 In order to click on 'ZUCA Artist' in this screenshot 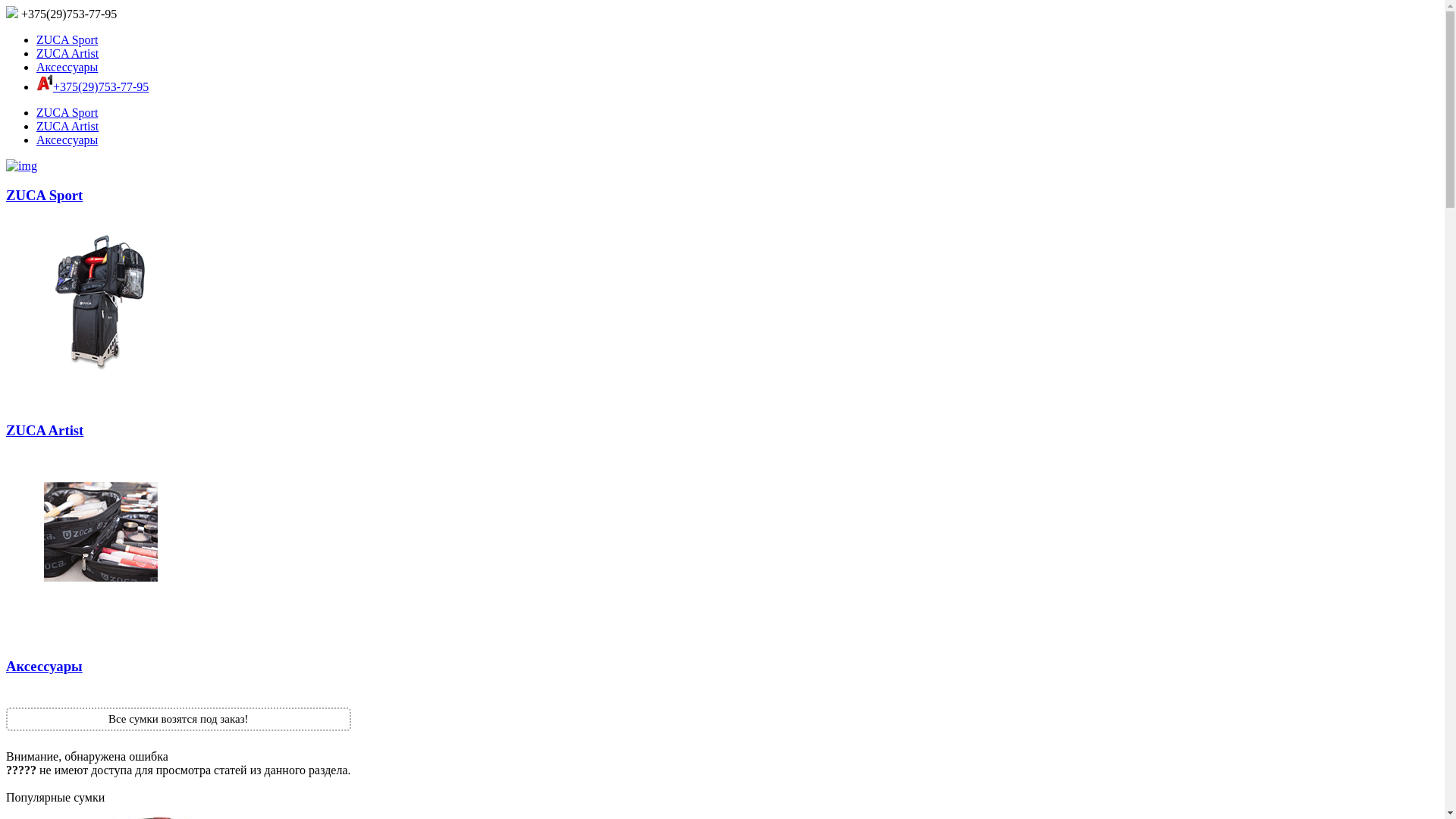, I will do `click(721, 520)`.